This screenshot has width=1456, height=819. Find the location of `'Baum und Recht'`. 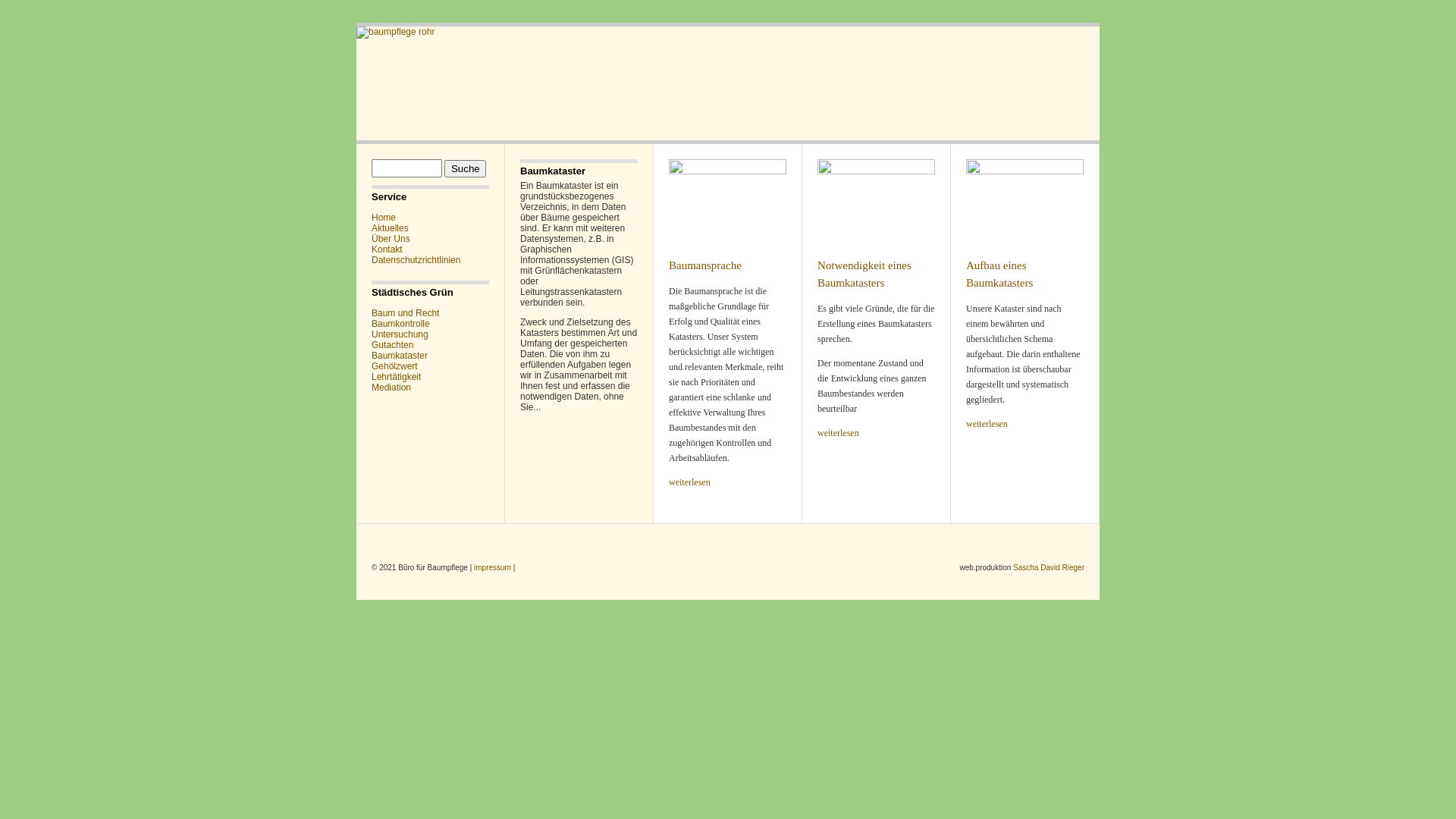

'Baum und Recht' is located at coordinates (405, 312).